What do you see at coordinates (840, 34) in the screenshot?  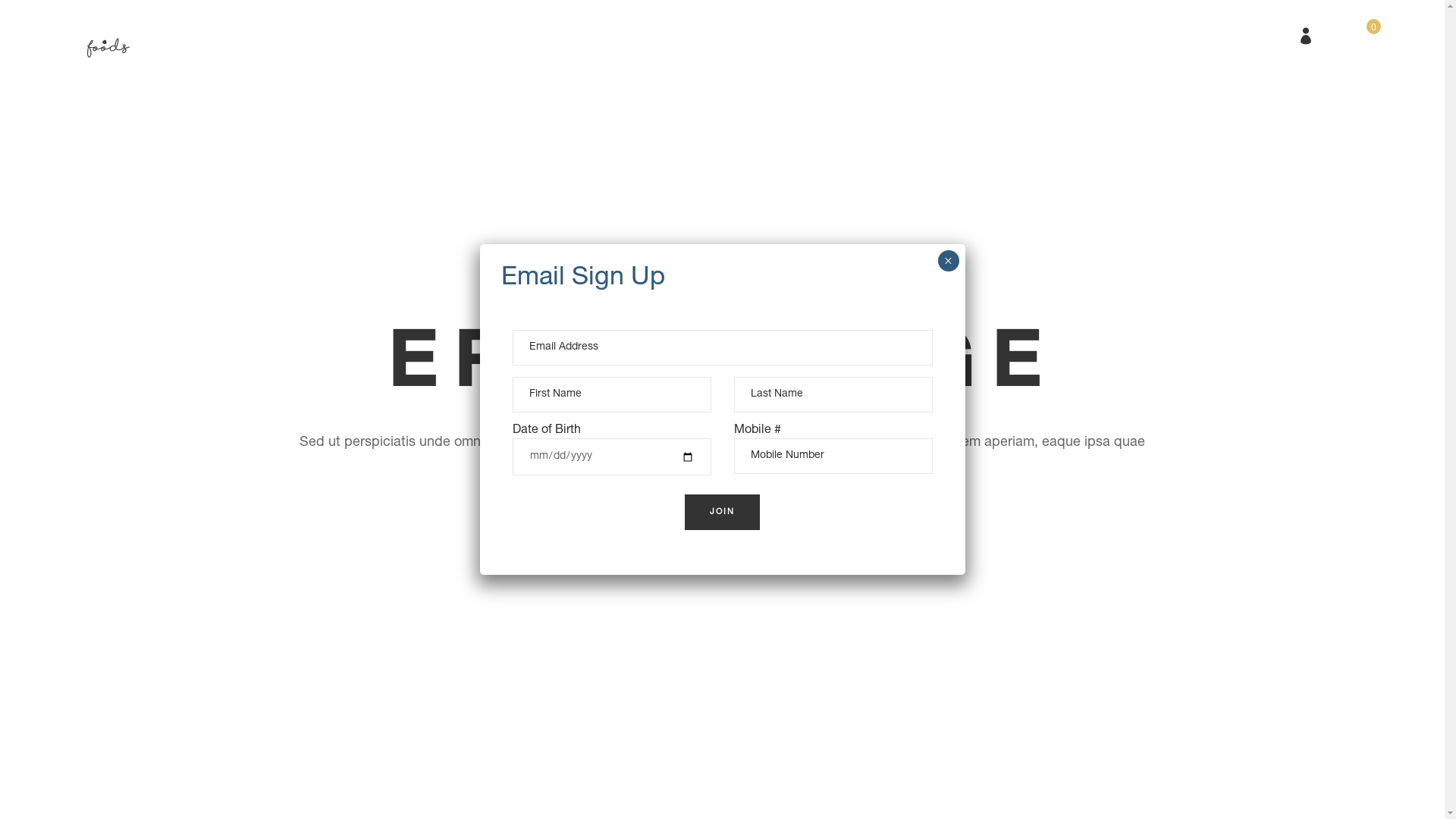 I see `'DELIVERY SCHEDULE'` at bounding box center [840, 34].